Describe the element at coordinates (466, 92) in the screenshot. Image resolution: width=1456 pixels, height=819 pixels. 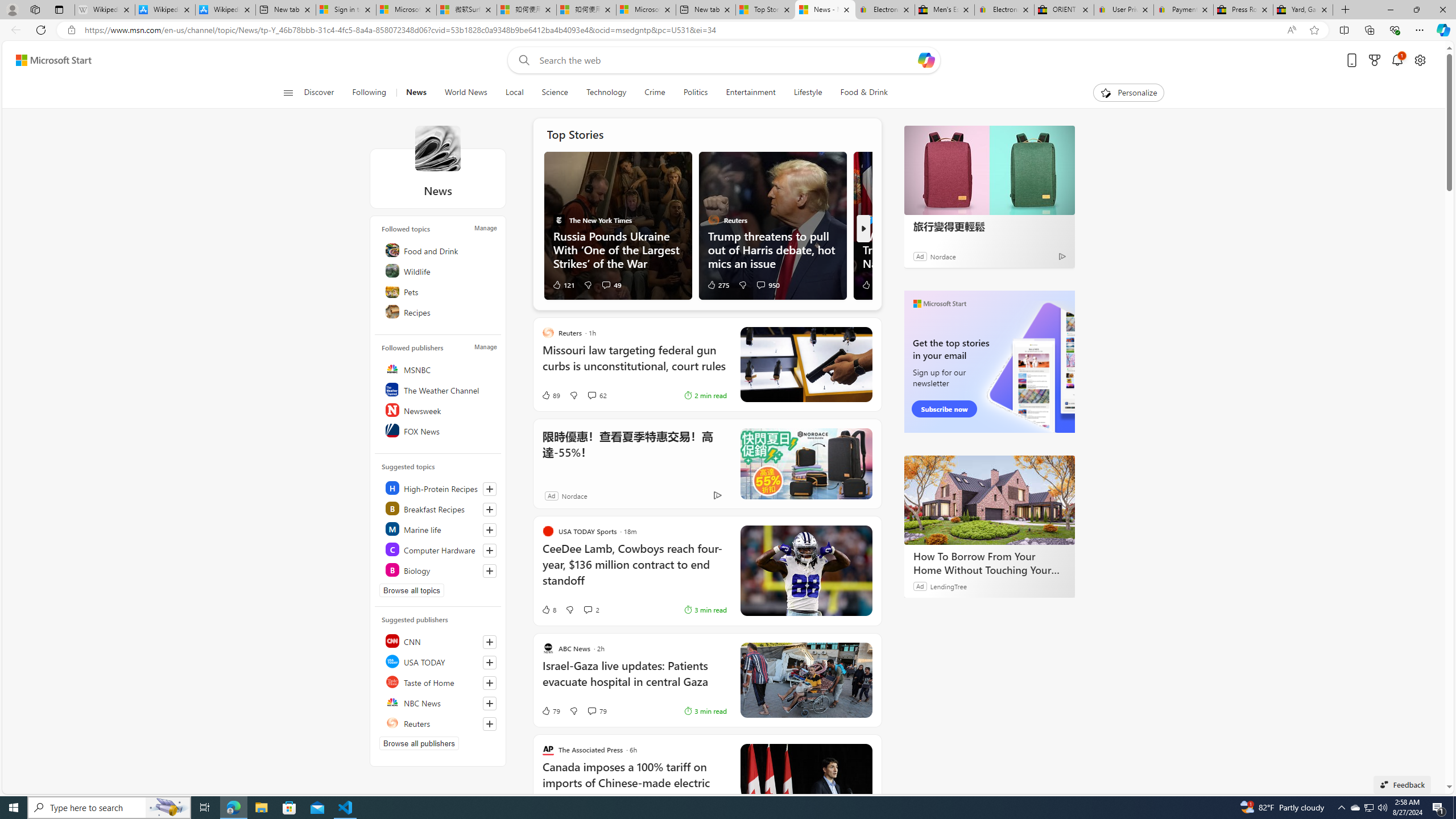
I see `'World News'` at that location.